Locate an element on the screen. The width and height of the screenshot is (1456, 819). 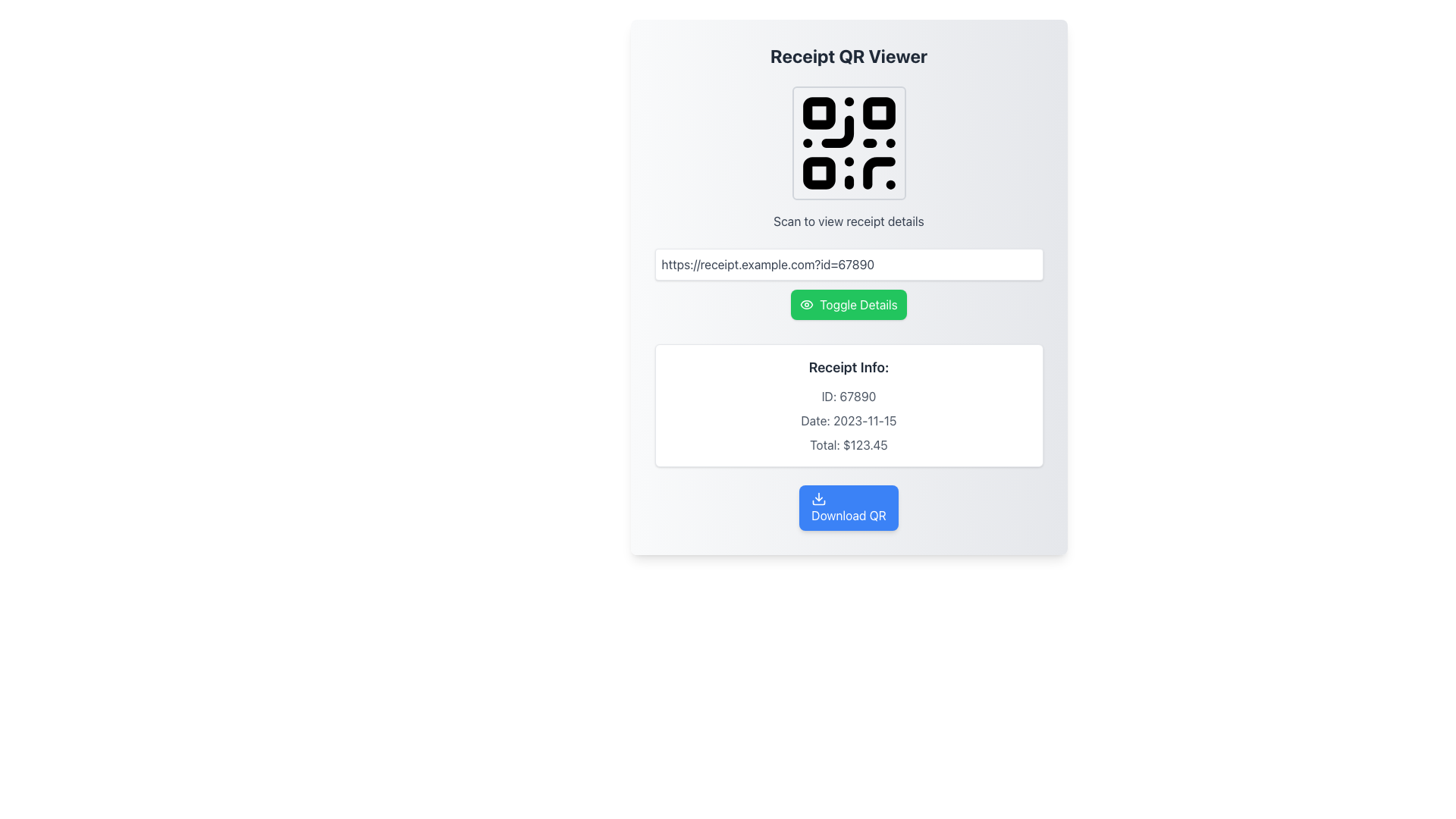
the 'Toggle Details' button with a green background and an eye icon is located at coordinates (848, 304).